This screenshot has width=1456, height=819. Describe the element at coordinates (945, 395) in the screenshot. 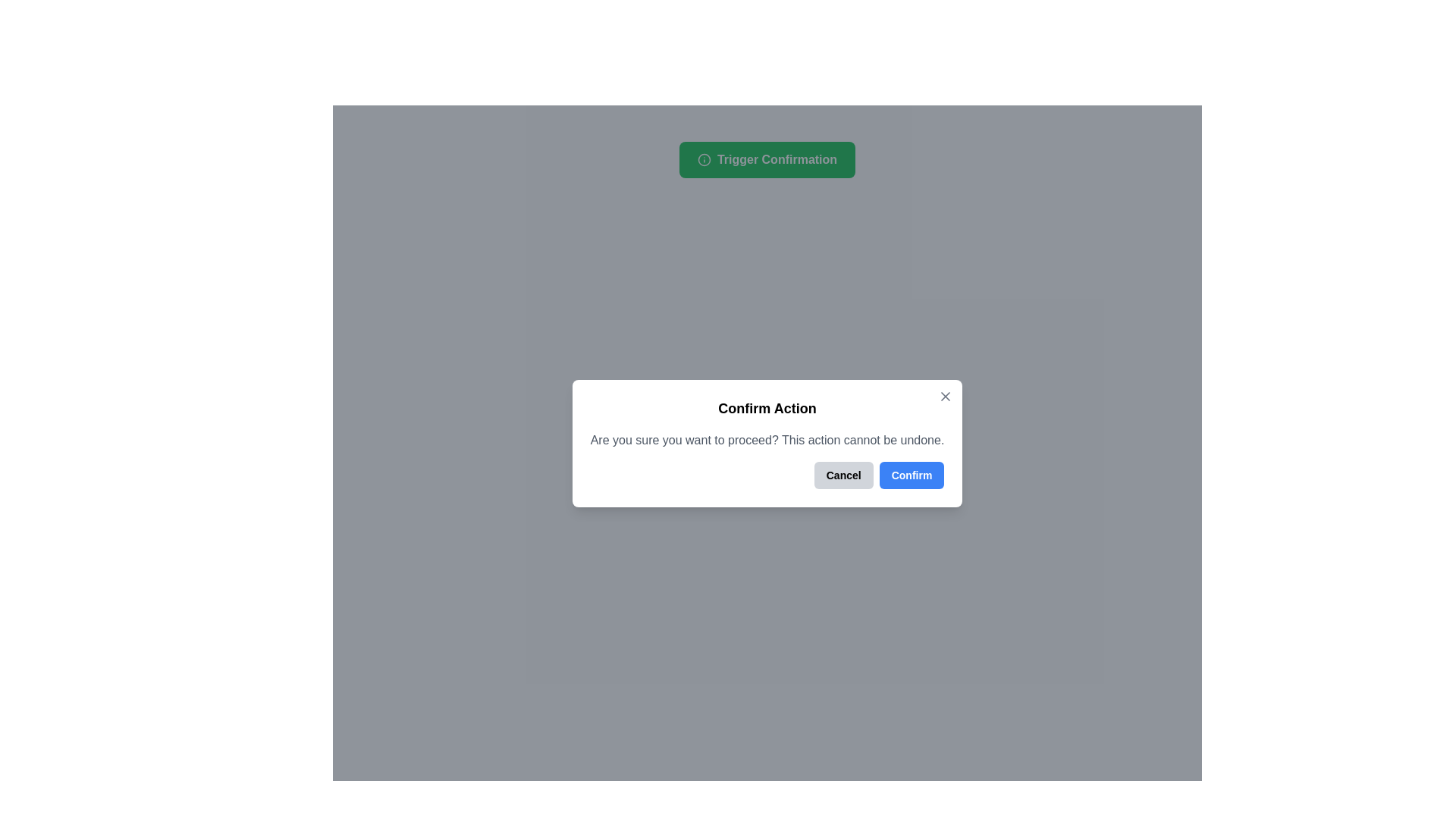

I see `the small gray 'X' button located at the top-right corner of the 'Confirm Action' dialog box` at that location.